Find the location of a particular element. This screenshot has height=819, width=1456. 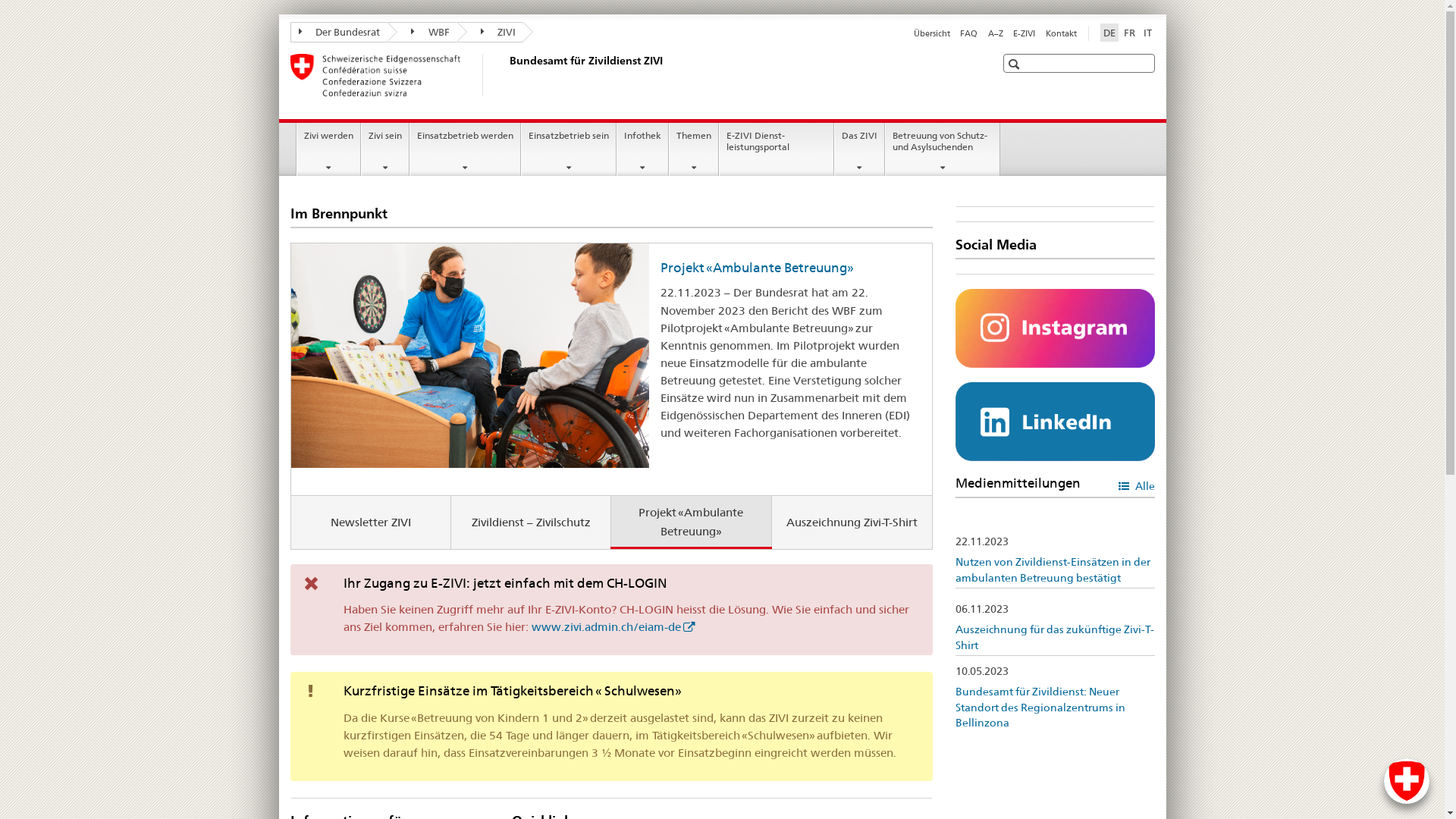

'E-ZIVI Dienst- leistungsportal' is located at coordinates (776, 149).